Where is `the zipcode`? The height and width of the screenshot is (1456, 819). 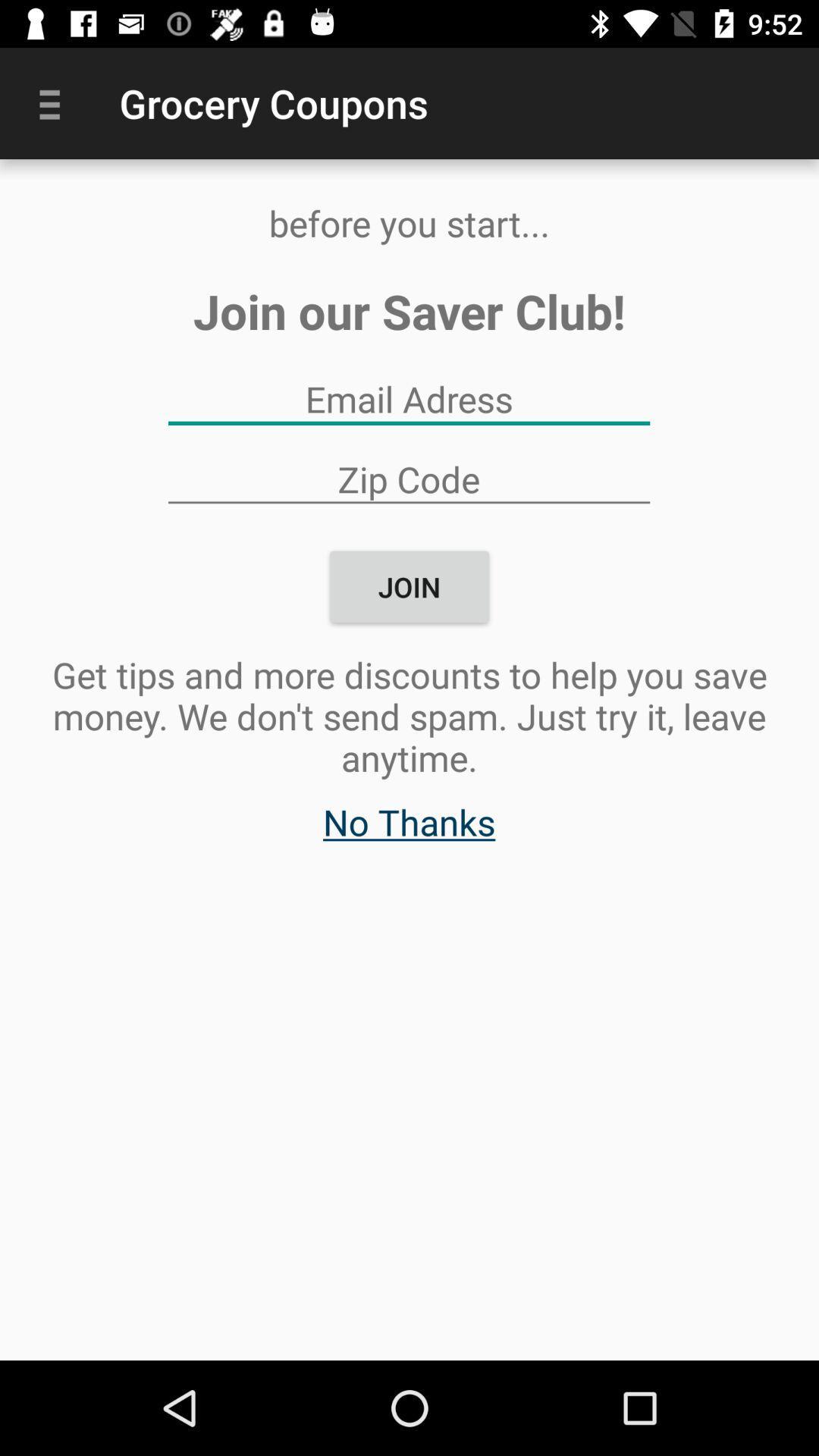
the zipcode is located at coordinates (408, 478).